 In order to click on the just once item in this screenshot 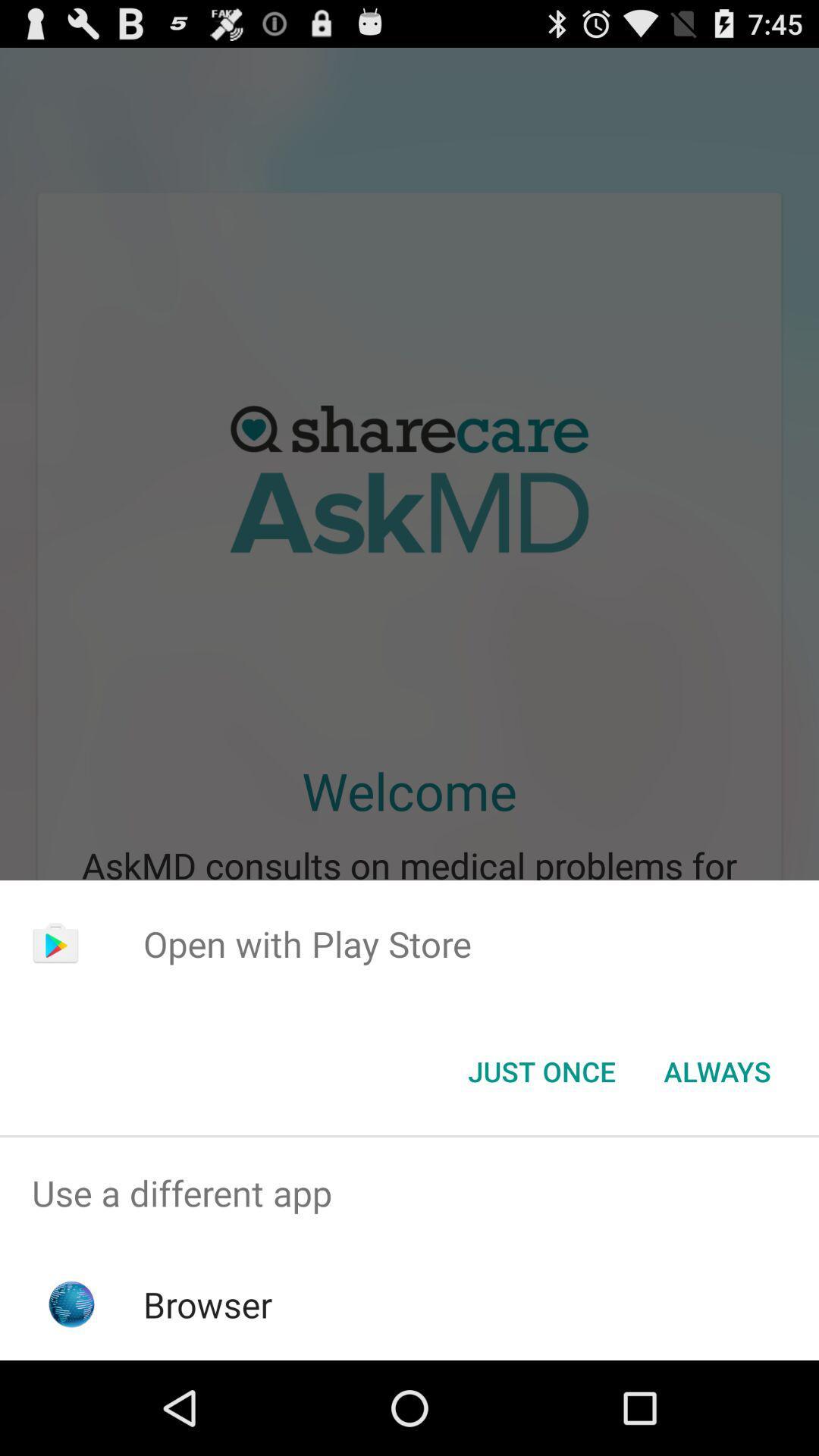, I will do `click(541, 1070)`.